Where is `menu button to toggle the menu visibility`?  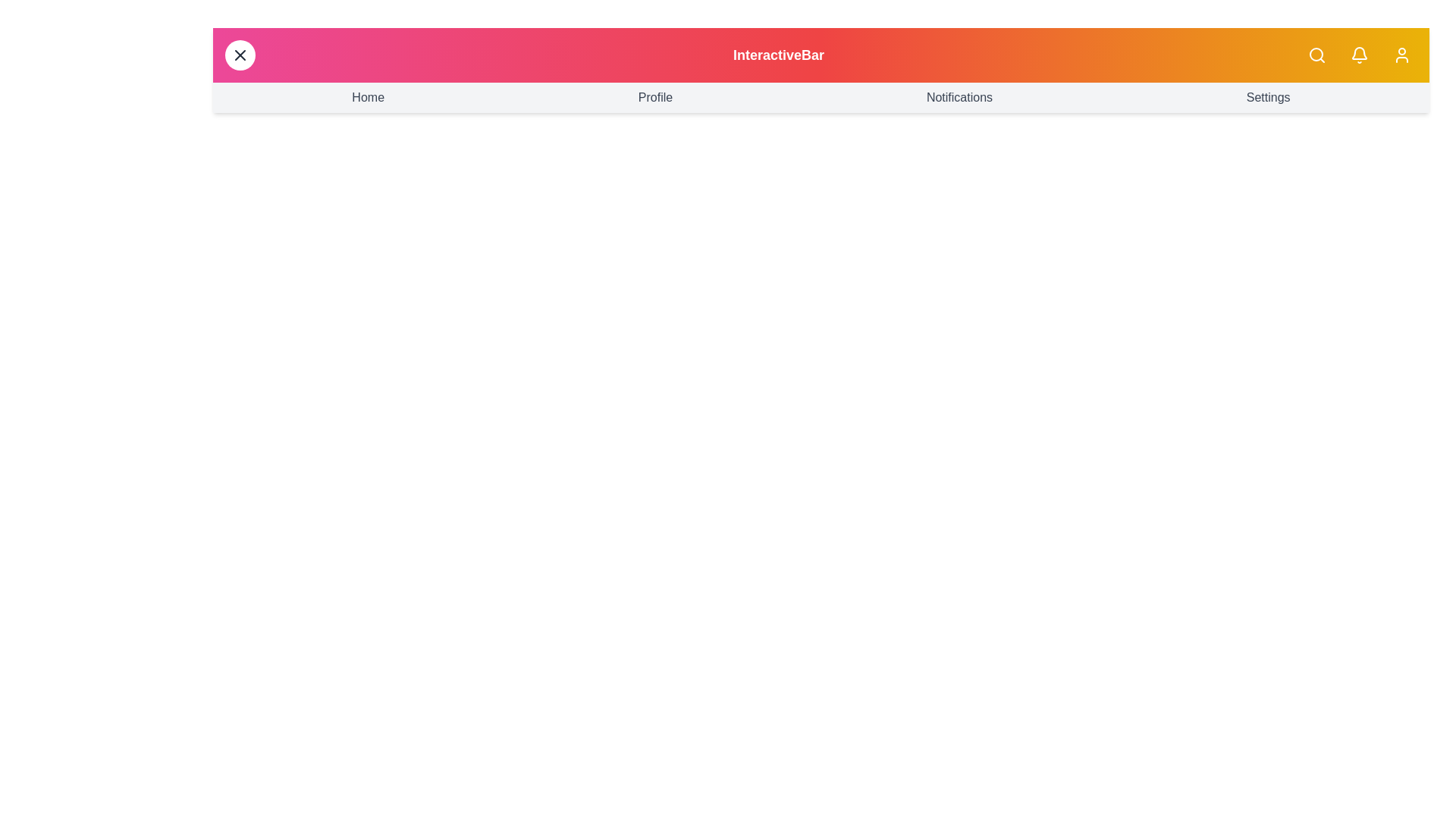 menu button to toggle the menu visibility is located at coordinates (239, 55).